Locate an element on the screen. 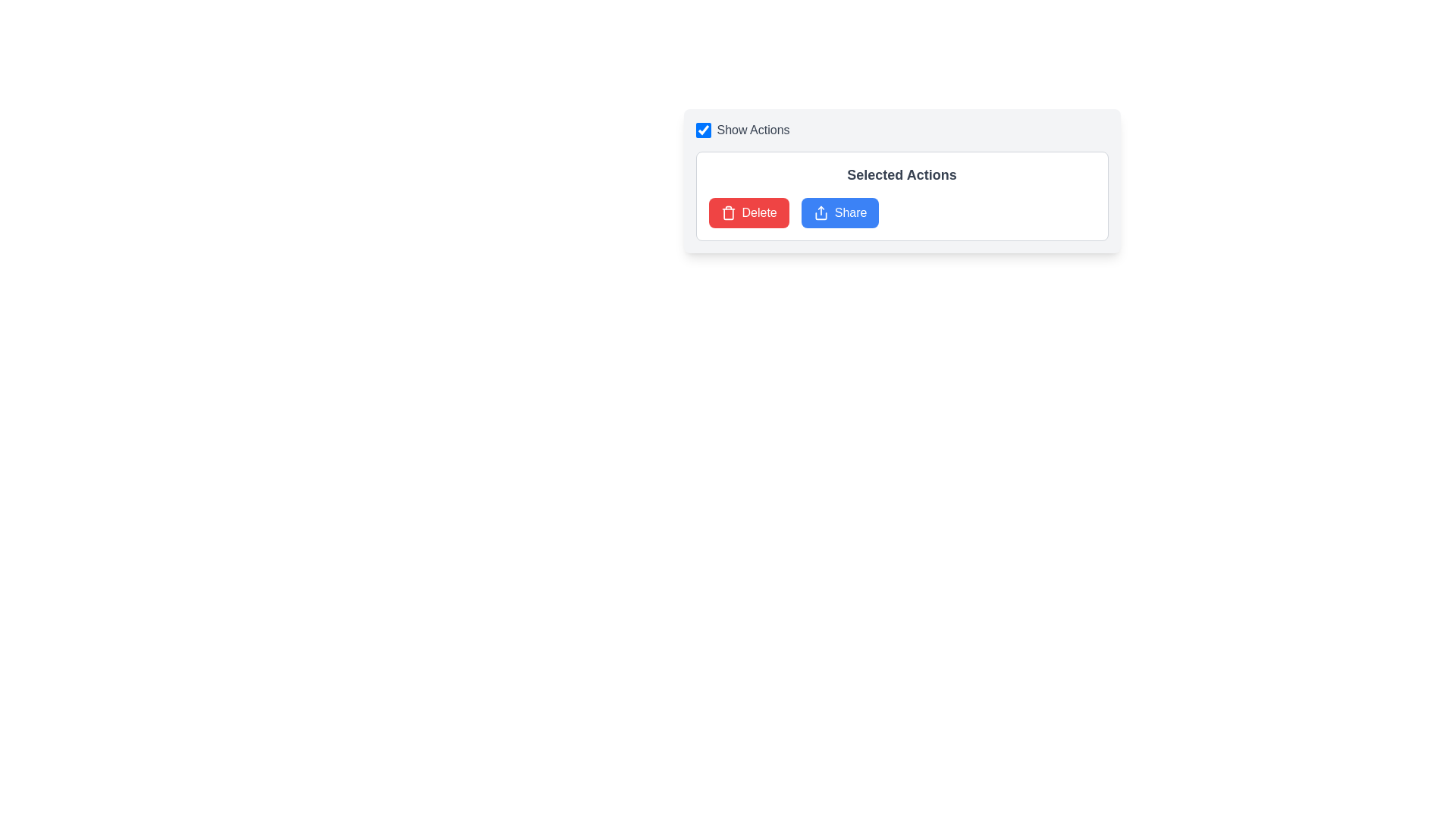  the text label that provides context to the adjacent checkbox, located near the top of the interface is located at coordinates (753, 130).